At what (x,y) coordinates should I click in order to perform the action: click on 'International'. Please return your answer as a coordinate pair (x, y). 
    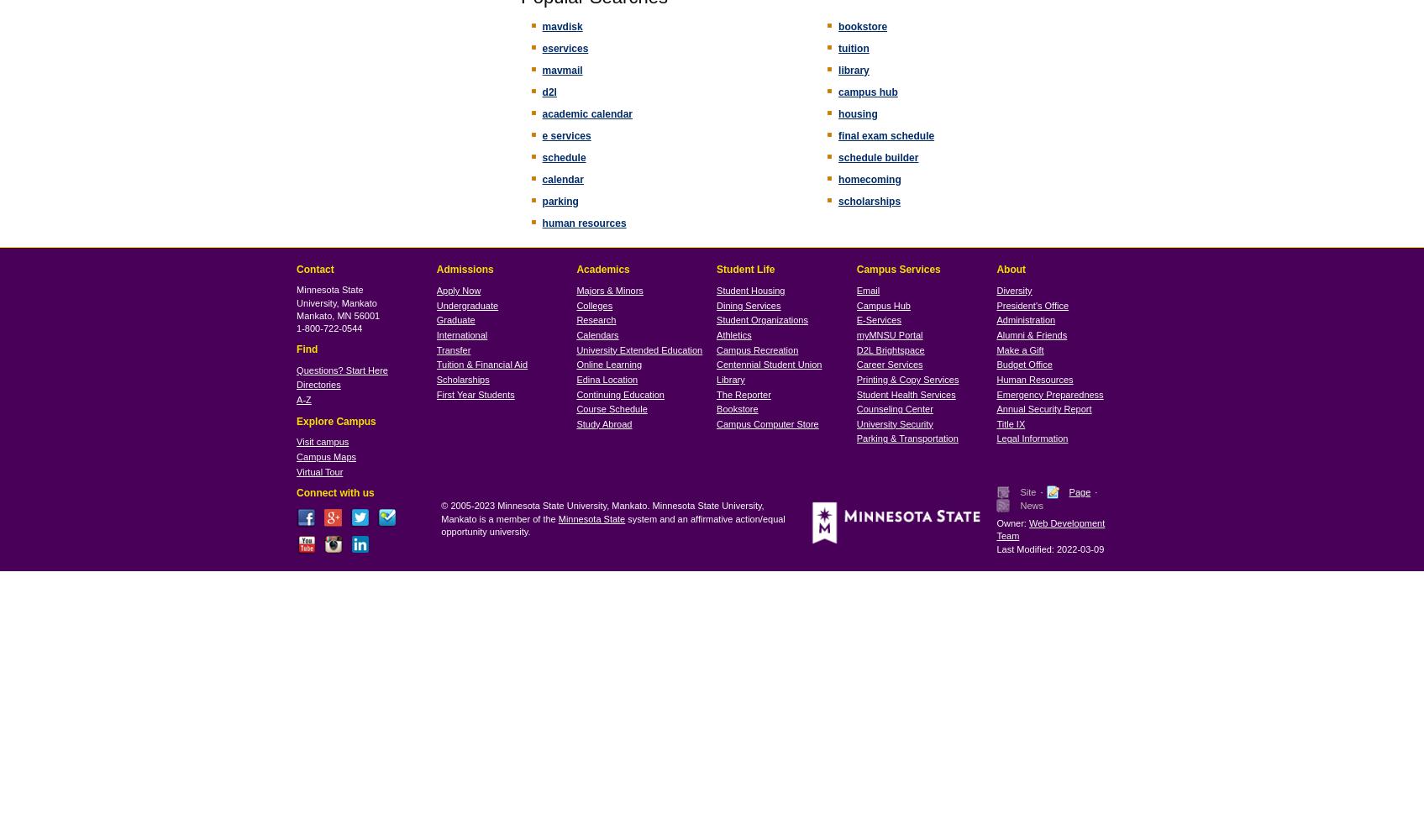
    Looking at the image, I should click on (461, 335).